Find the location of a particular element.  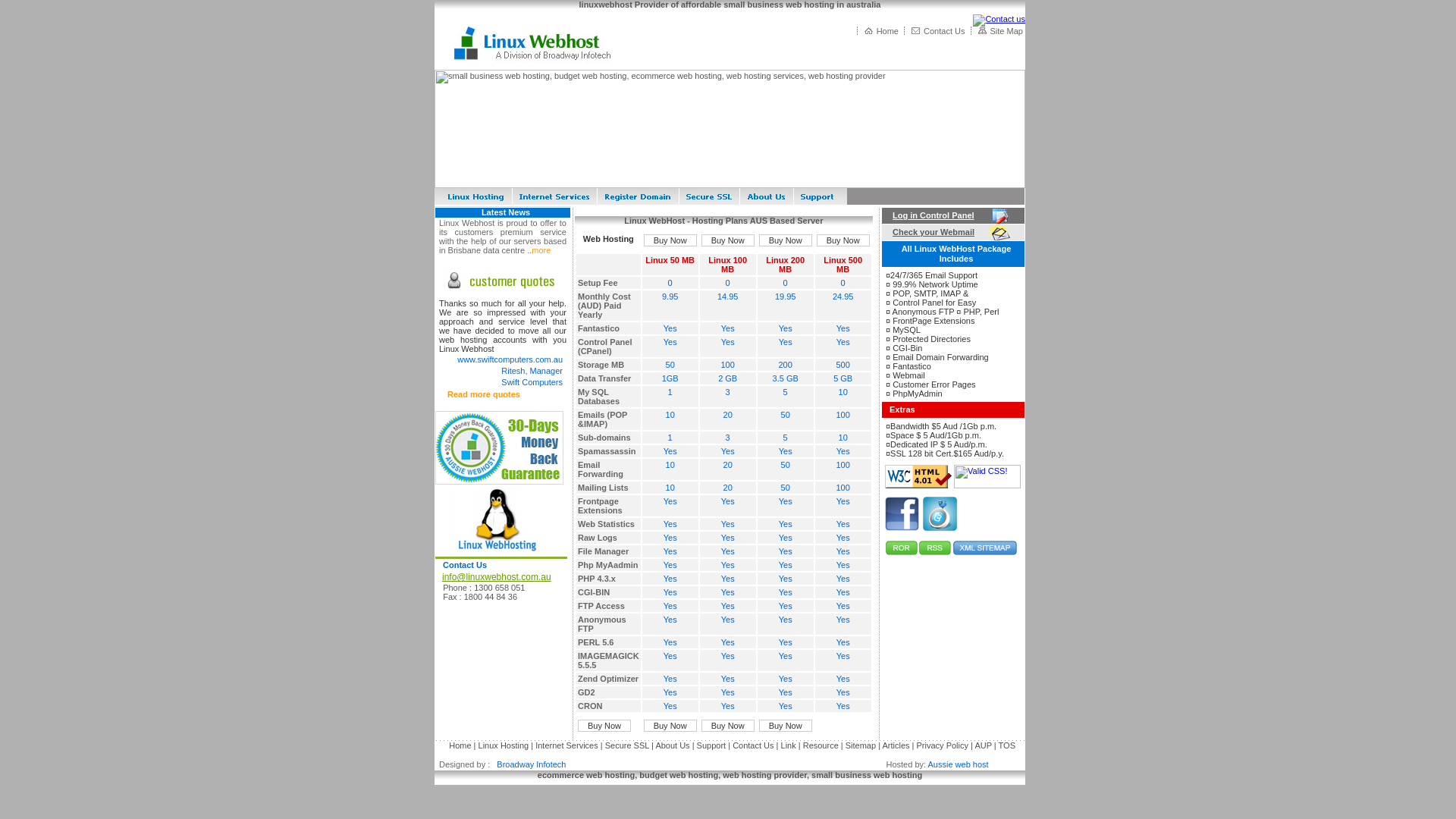

'Privacy Policy' is located at coordinates (942, 745).